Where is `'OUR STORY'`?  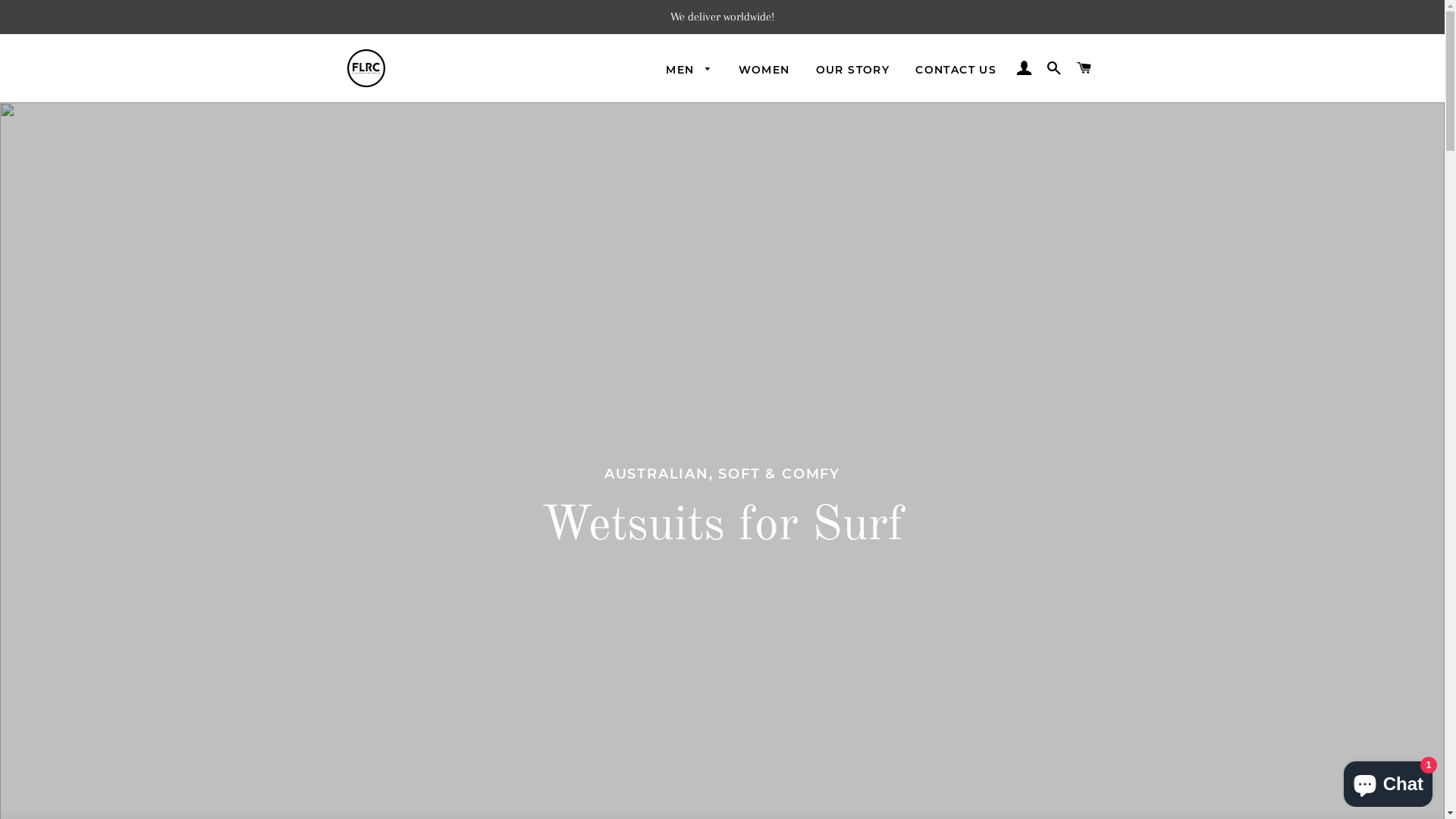 'OUR STORY' is located at coordinates (852, 70).